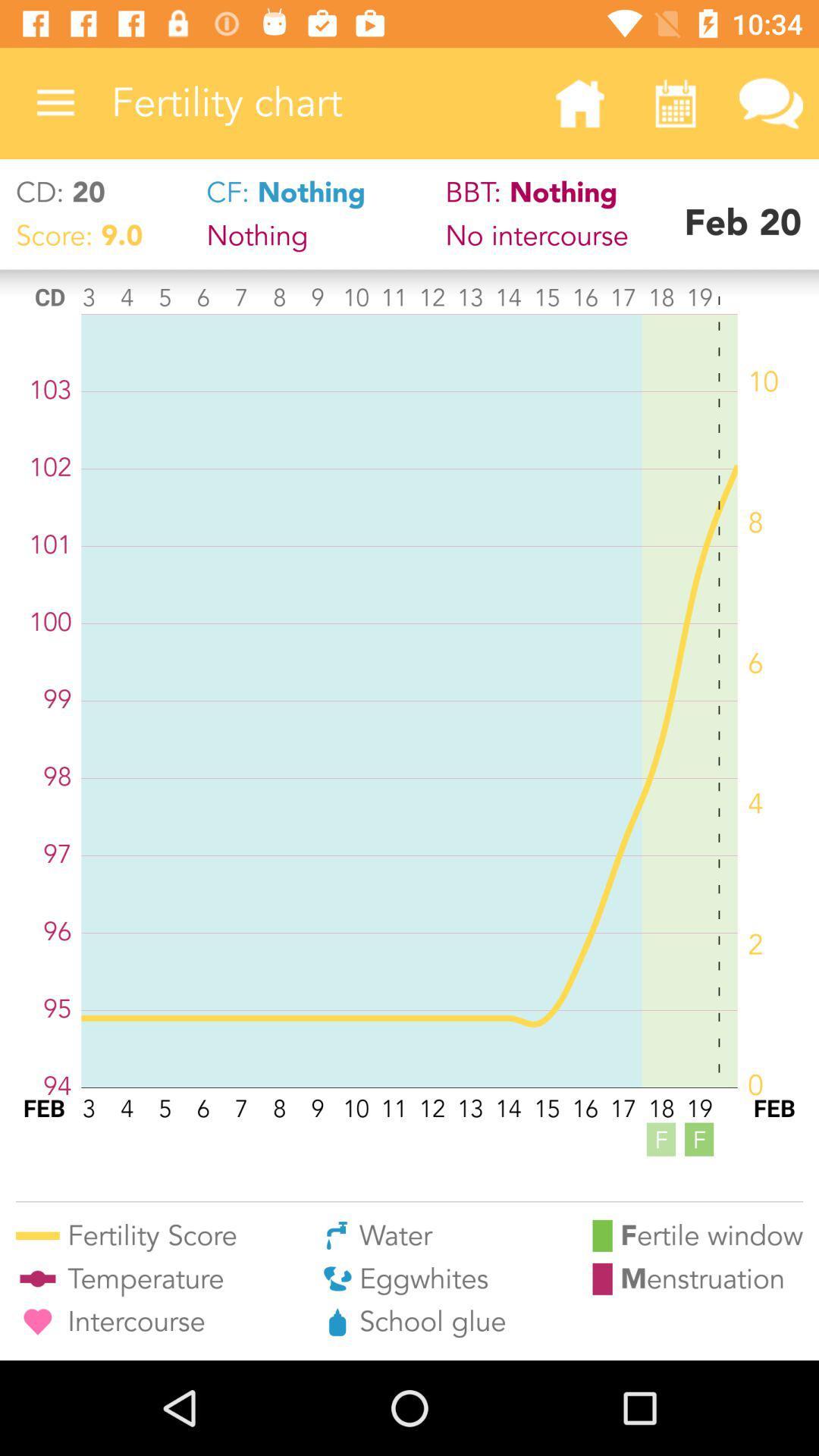 Image resolution: width=819 pixels, height=1456 pixels. I want to click on the item to the left of fertility chart icon, so click(55, 102).